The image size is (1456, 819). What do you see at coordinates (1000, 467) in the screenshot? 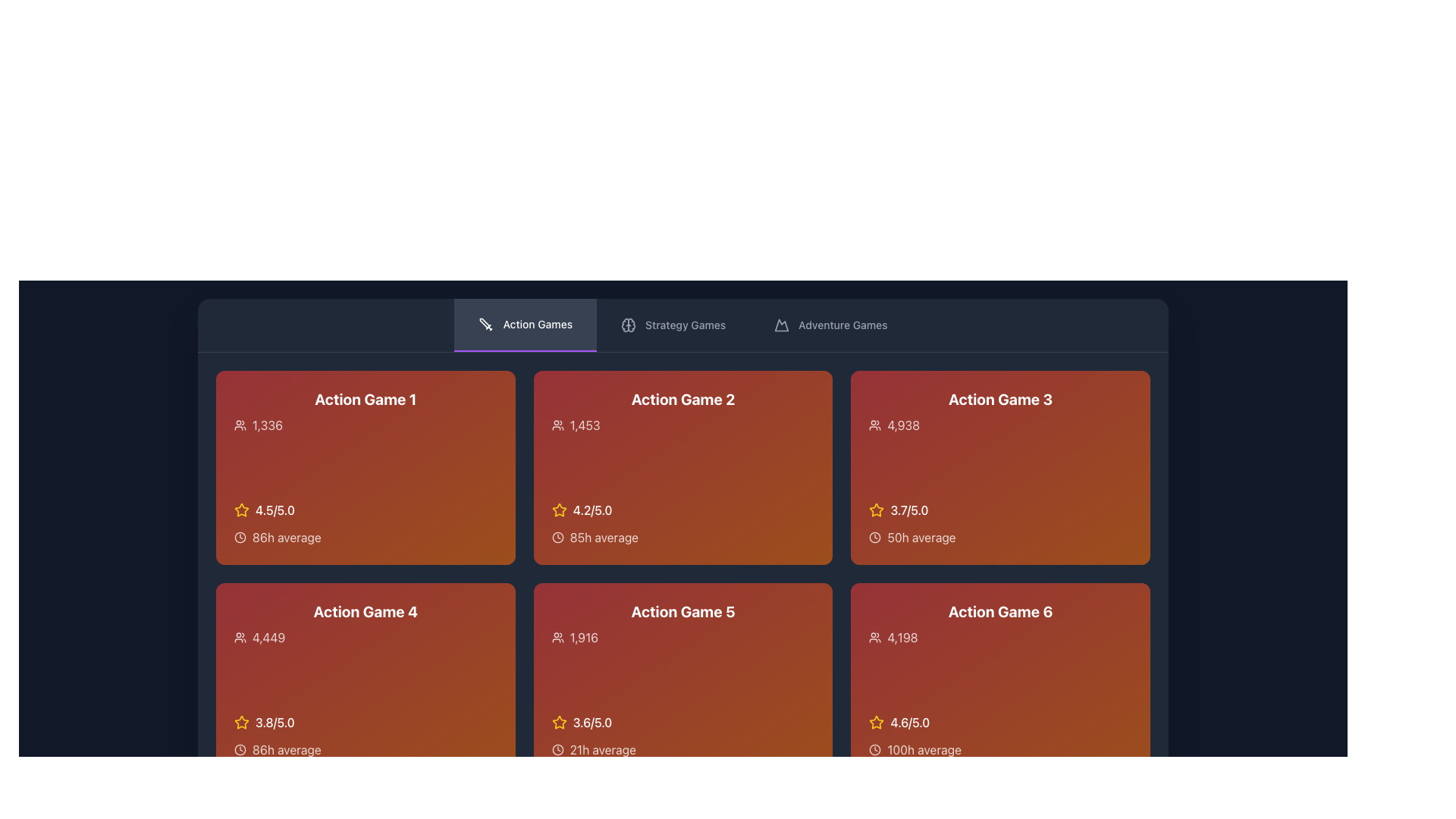
I see `the Information Card displaying details about a game, which is the third card in the top row of the grid layout, positioned to the right of 'Action Game 2' and above 'Action Game 6'` at bounding box center [1000, 467].